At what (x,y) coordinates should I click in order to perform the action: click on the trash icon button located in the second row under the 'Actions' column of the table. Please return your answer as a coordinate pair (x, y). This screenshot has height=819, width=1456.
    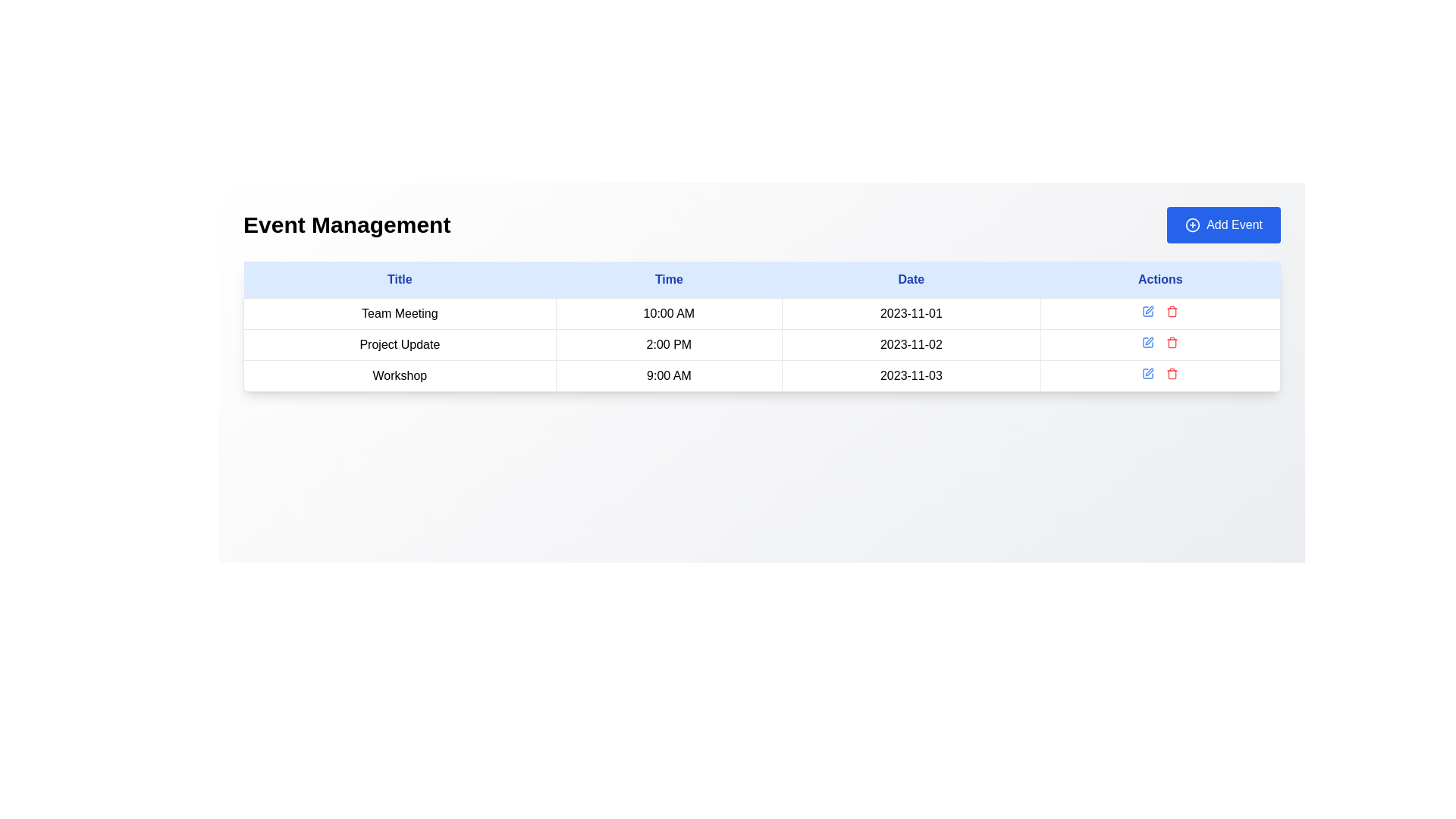
    Looking at the image, I should click on (1172, 342).